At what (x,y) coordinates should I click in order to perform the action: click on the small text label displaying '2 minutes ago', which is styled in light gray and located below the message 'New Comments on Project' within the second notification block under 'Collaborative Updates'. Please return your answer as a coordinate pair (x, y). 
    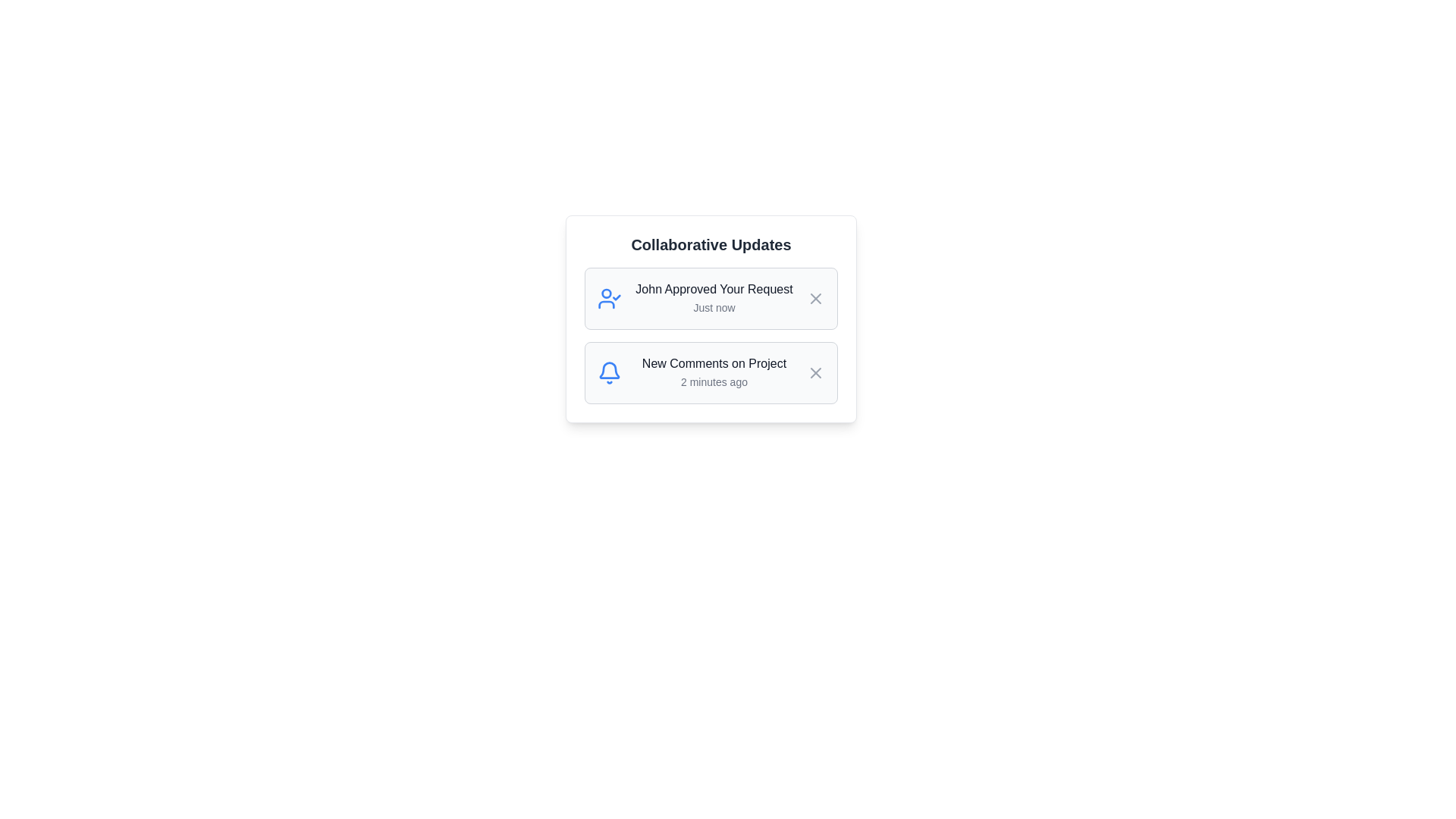
    Looking at the image, I should click on (713, 381).